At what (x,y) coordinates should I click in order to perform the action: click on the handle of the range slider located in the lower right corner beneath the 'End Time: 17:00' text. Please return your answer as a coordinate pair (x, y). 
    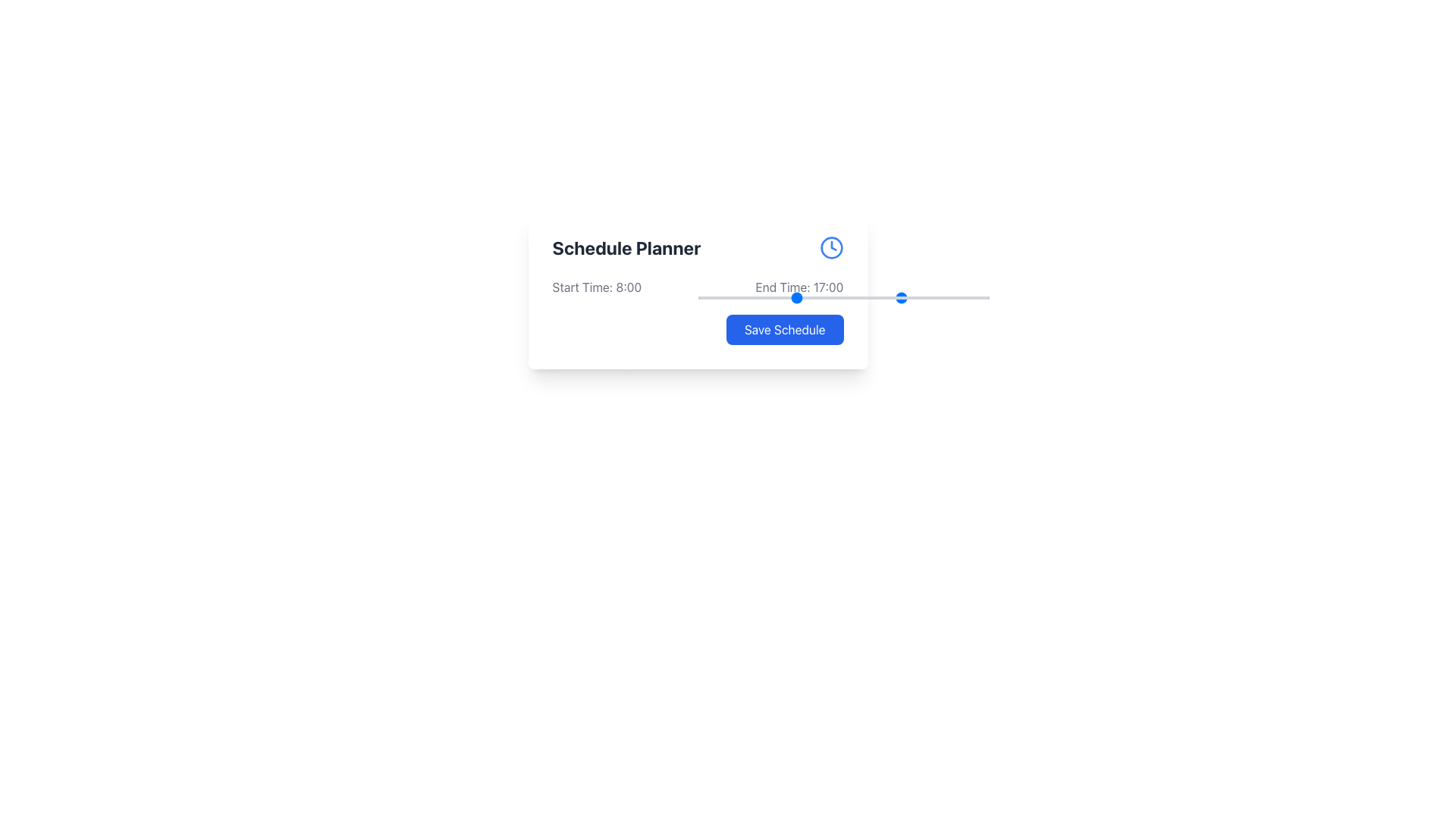
    Looking at the image, I should click on (843, 298).